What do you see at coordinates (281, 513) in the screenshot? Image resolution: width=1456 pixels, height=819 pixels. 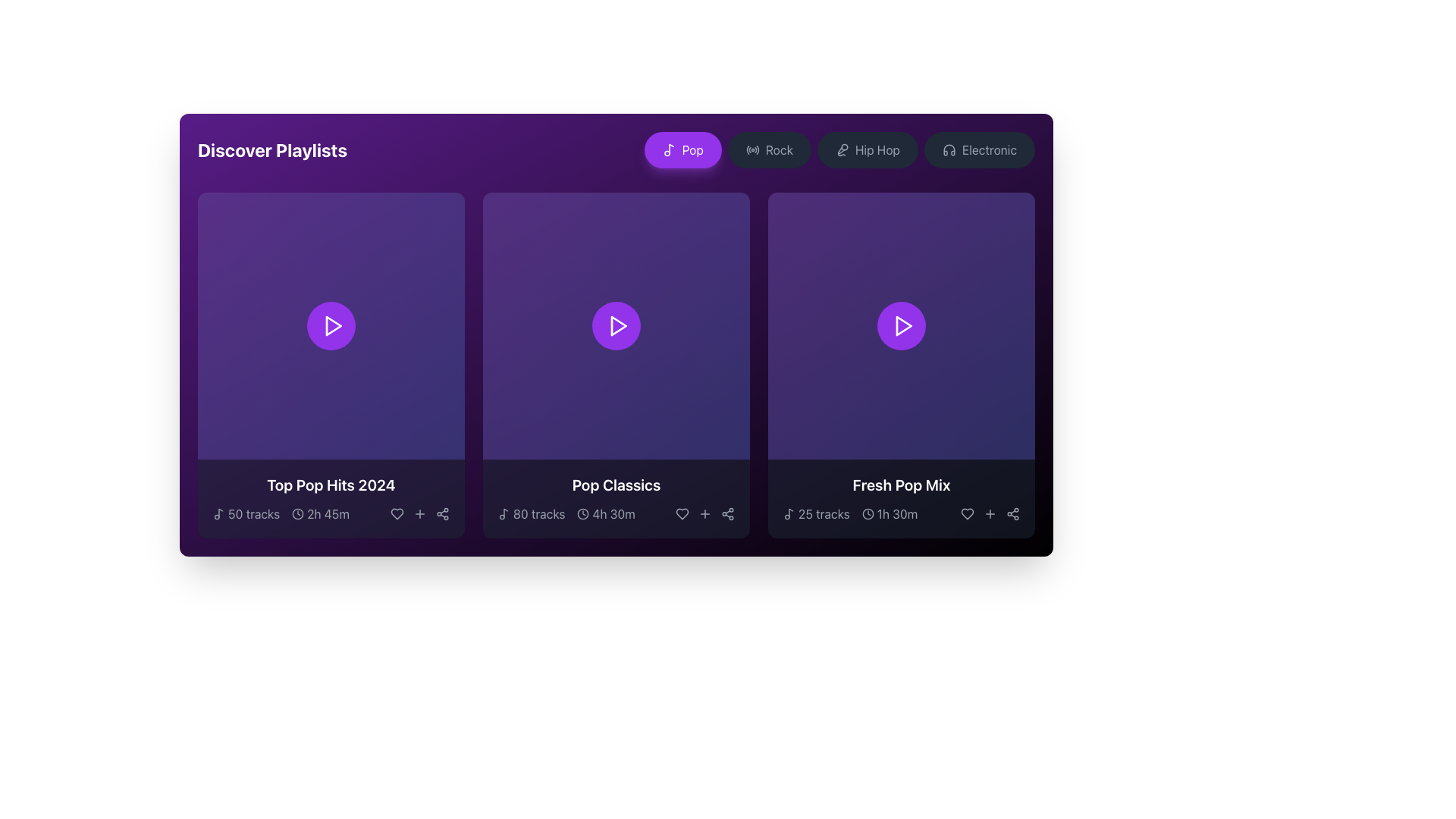 I see `informational text located below the title 'Top Pop Hits 2024' in the first card of the horizontally aligned playlist section, which summarizes the playlist's content and duration` at bounding box center [281, 513].